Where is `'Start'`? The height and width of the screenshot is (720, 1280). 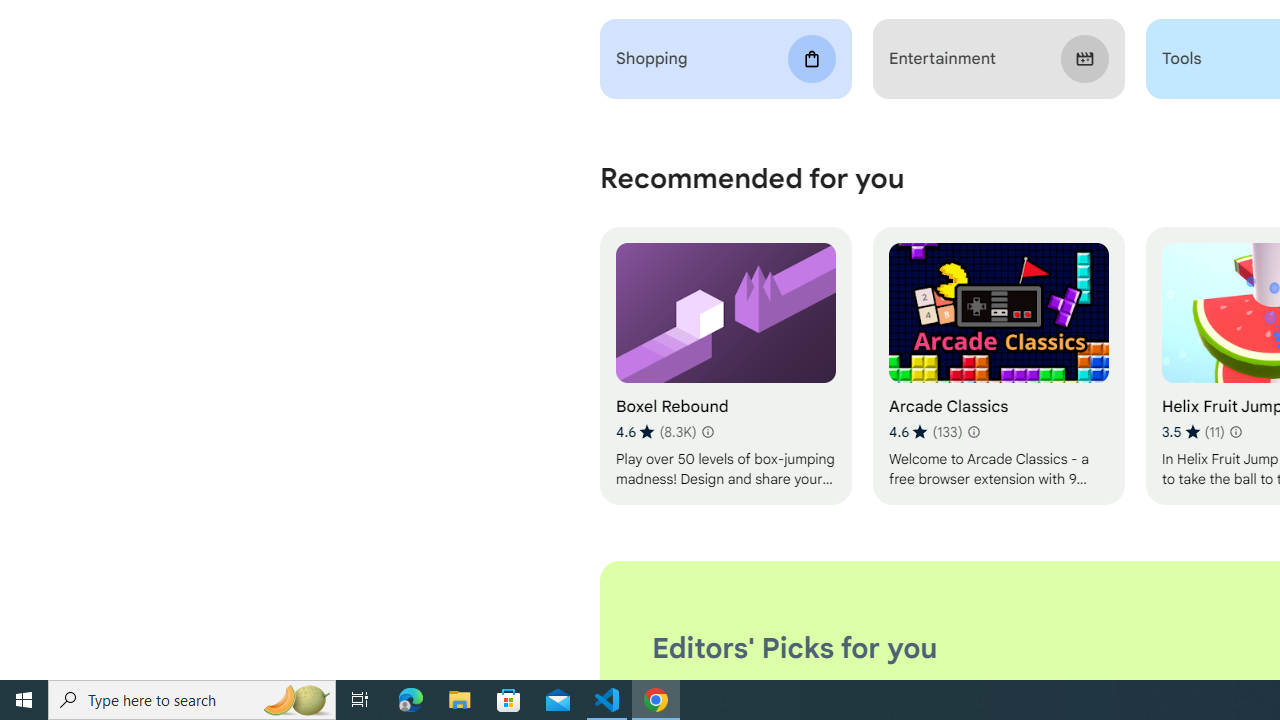 'Start' is located at coordinates (24, 698).